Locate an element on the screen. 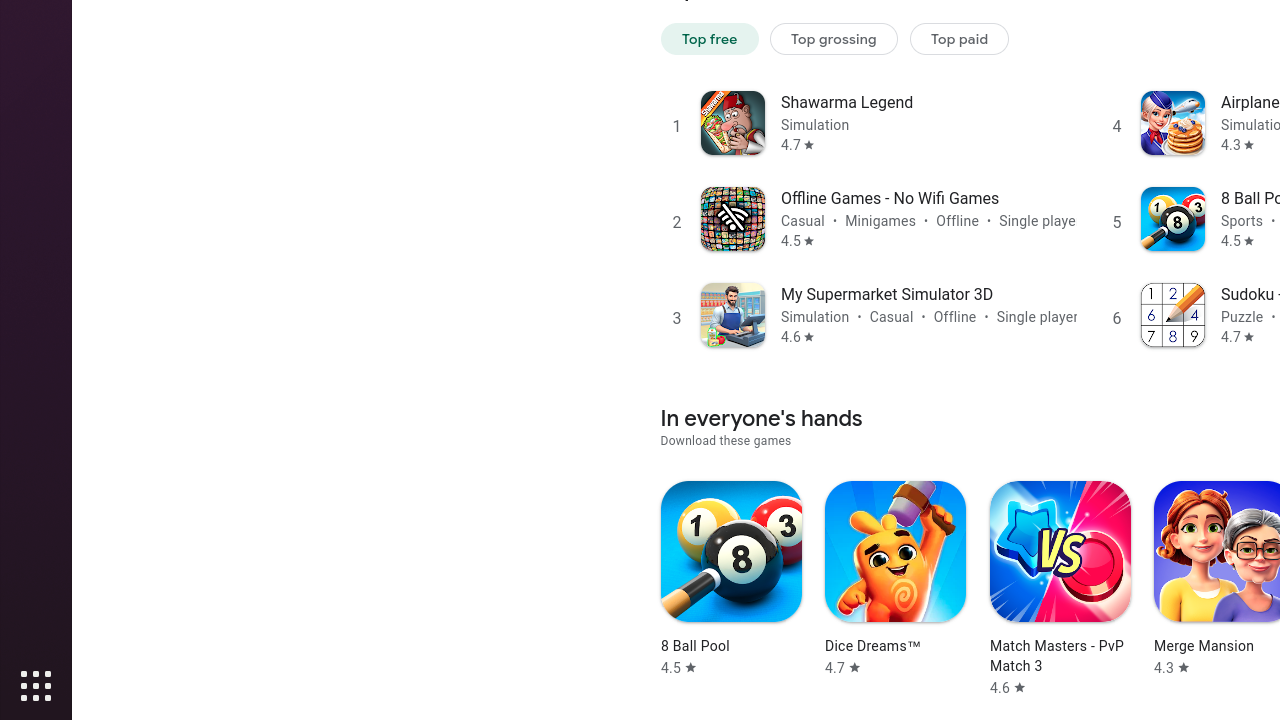  'Dice Dreams™️ Rated 4.7 stars out of five stars' is located at coordinates (894, 579).